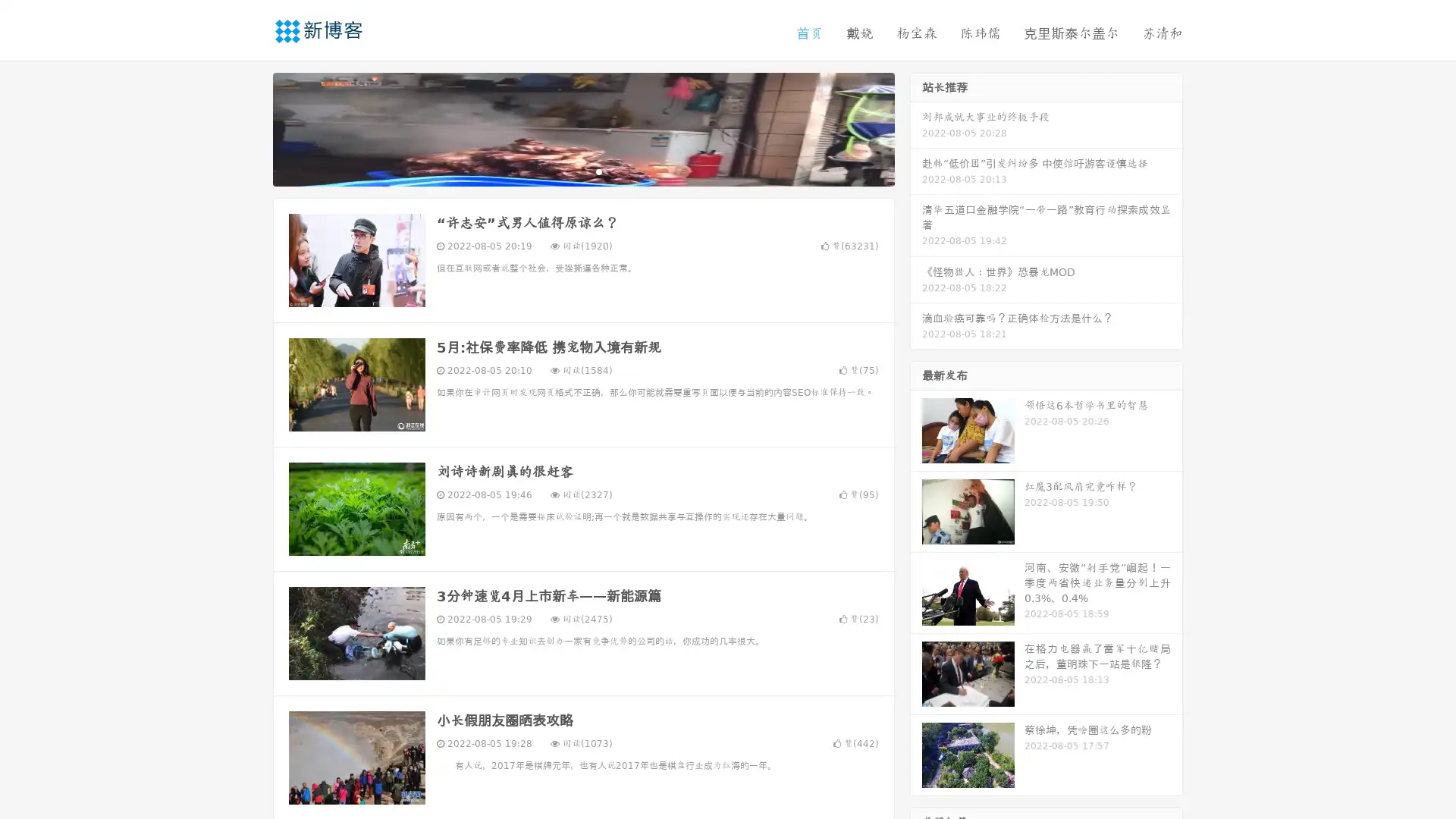  Describe the element at coordinates (250, 127) in the screenshot. I see `Previous slide` at that location.